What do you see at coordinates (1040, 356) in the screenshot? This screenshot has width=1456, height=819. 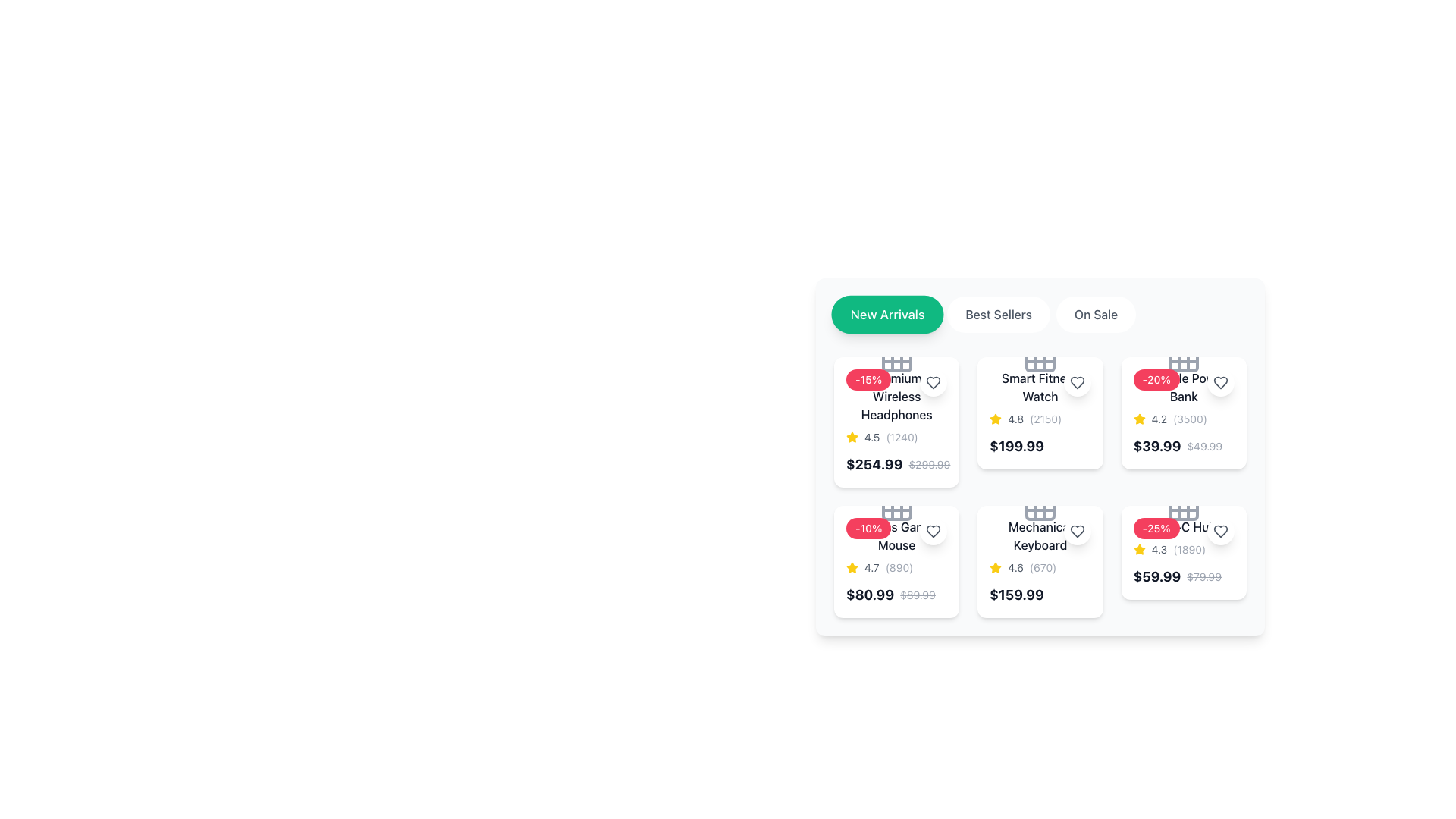 I see `the grid or calendar icon located above the product title for 'Smart Fitness Watch' in the second card of the first row of the product grid` at bounding box center [1040, 356].